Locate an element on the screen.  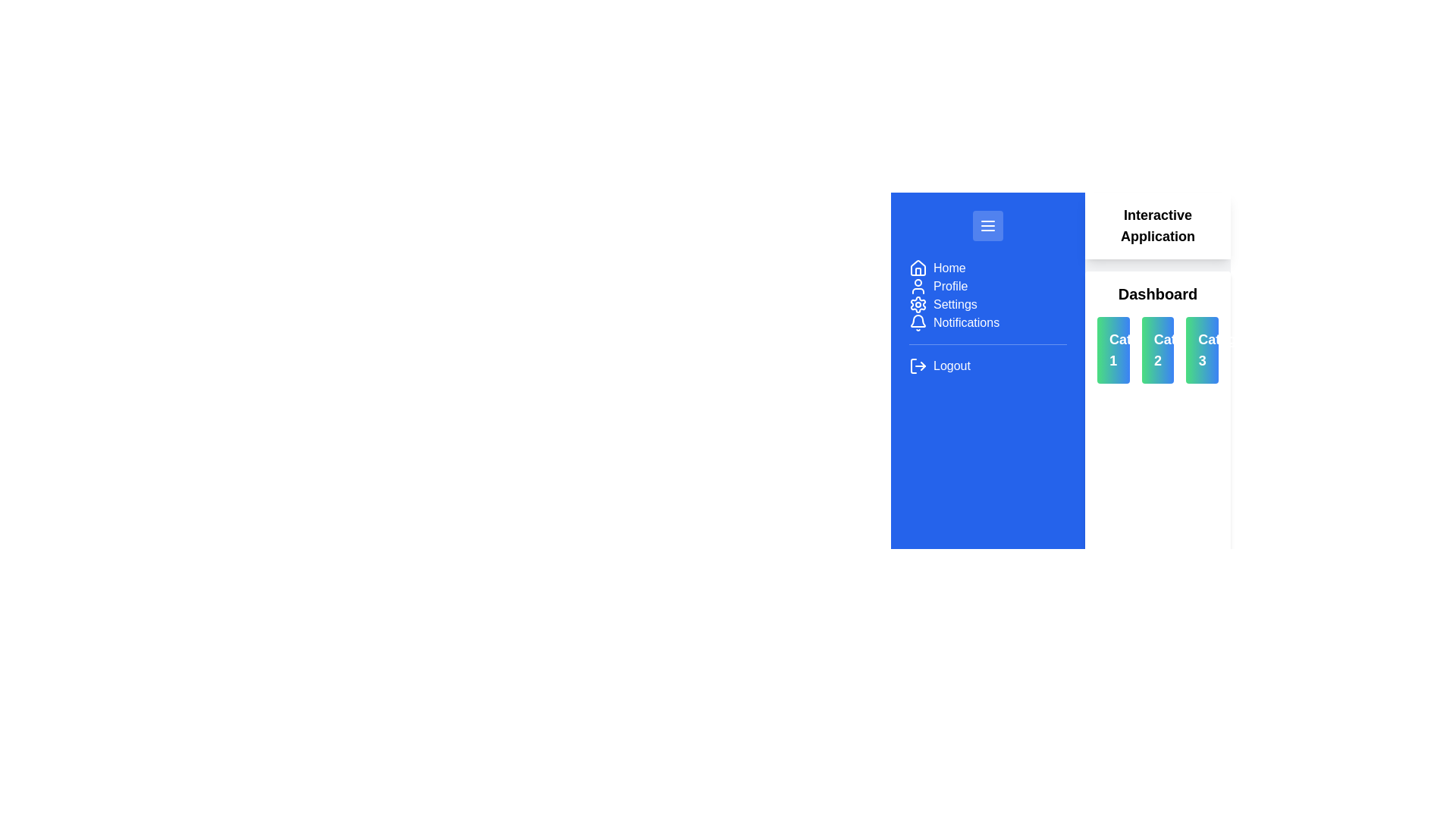
the 'Logout' icon in the sidebar menu, which is represented by the vertical segment of the icon box is located at coordinates (912, 366).